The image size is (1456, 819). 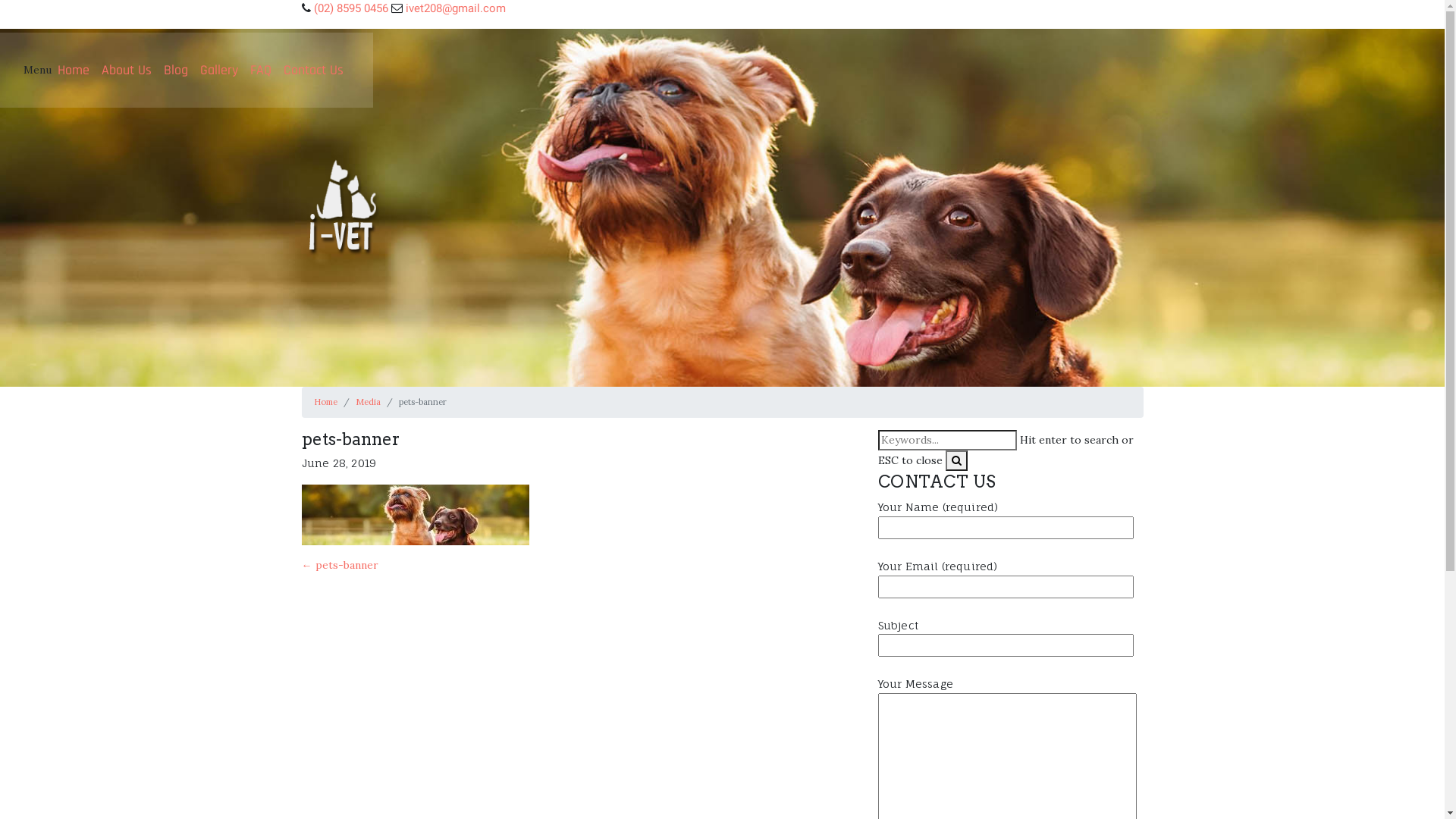 I want to click on 'Blog', so click(x=175, y=70).